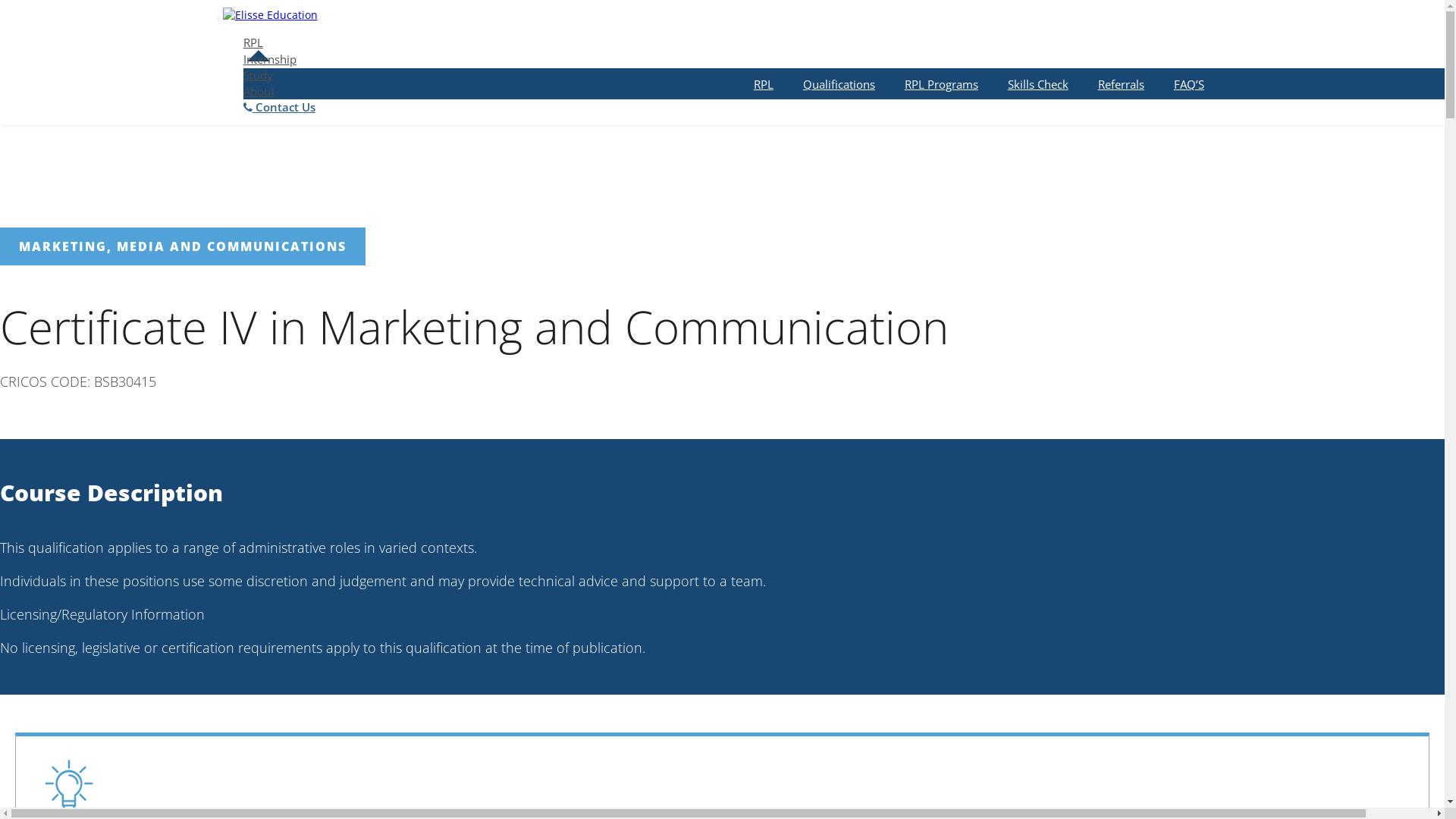 This screenshot has width=1456, height=819. What do you see at coordinates (279, 106) in the screenshot?
I see `'Contact Us'` at bounding box center [279, 106].